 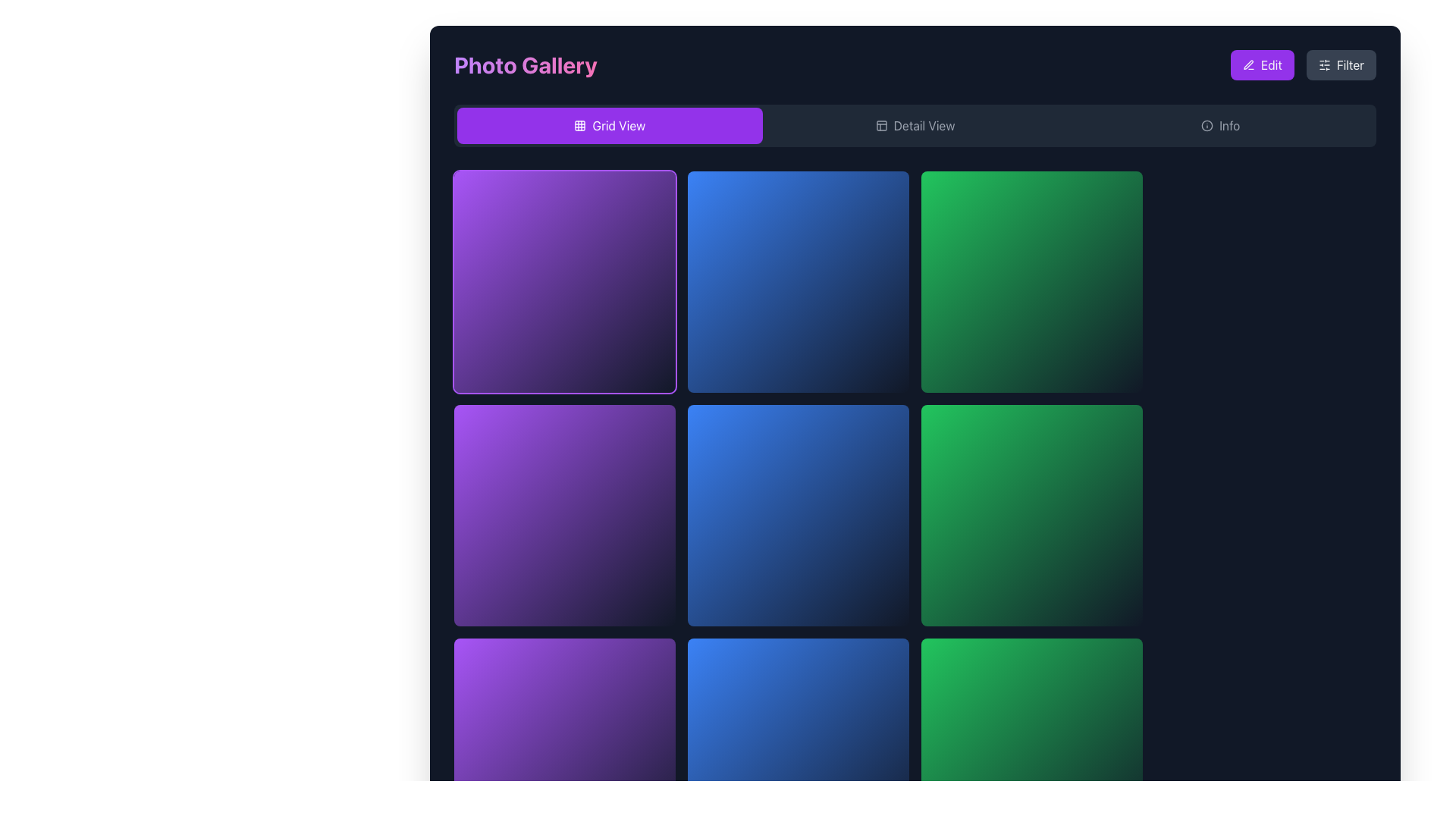 What do you see at coordinates (579, 124) in the screenshot?
I see `the grid-like icon with a purple background, which is centrally positioned within the 'Grid View' button` at bounding box center [579, 124].